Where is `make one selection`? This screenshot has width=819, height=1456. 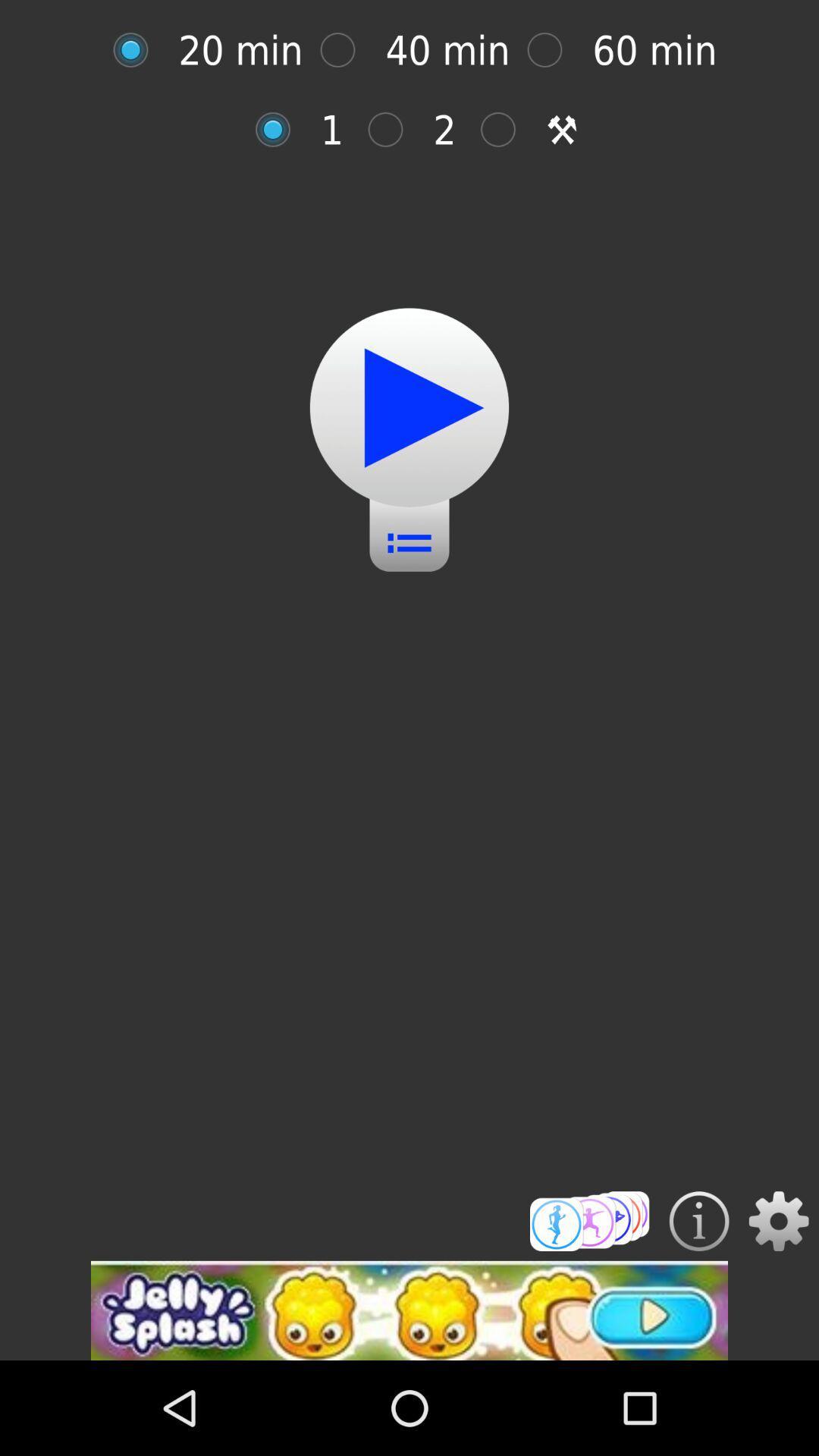 make one selection is located at coordinates (281, 130).